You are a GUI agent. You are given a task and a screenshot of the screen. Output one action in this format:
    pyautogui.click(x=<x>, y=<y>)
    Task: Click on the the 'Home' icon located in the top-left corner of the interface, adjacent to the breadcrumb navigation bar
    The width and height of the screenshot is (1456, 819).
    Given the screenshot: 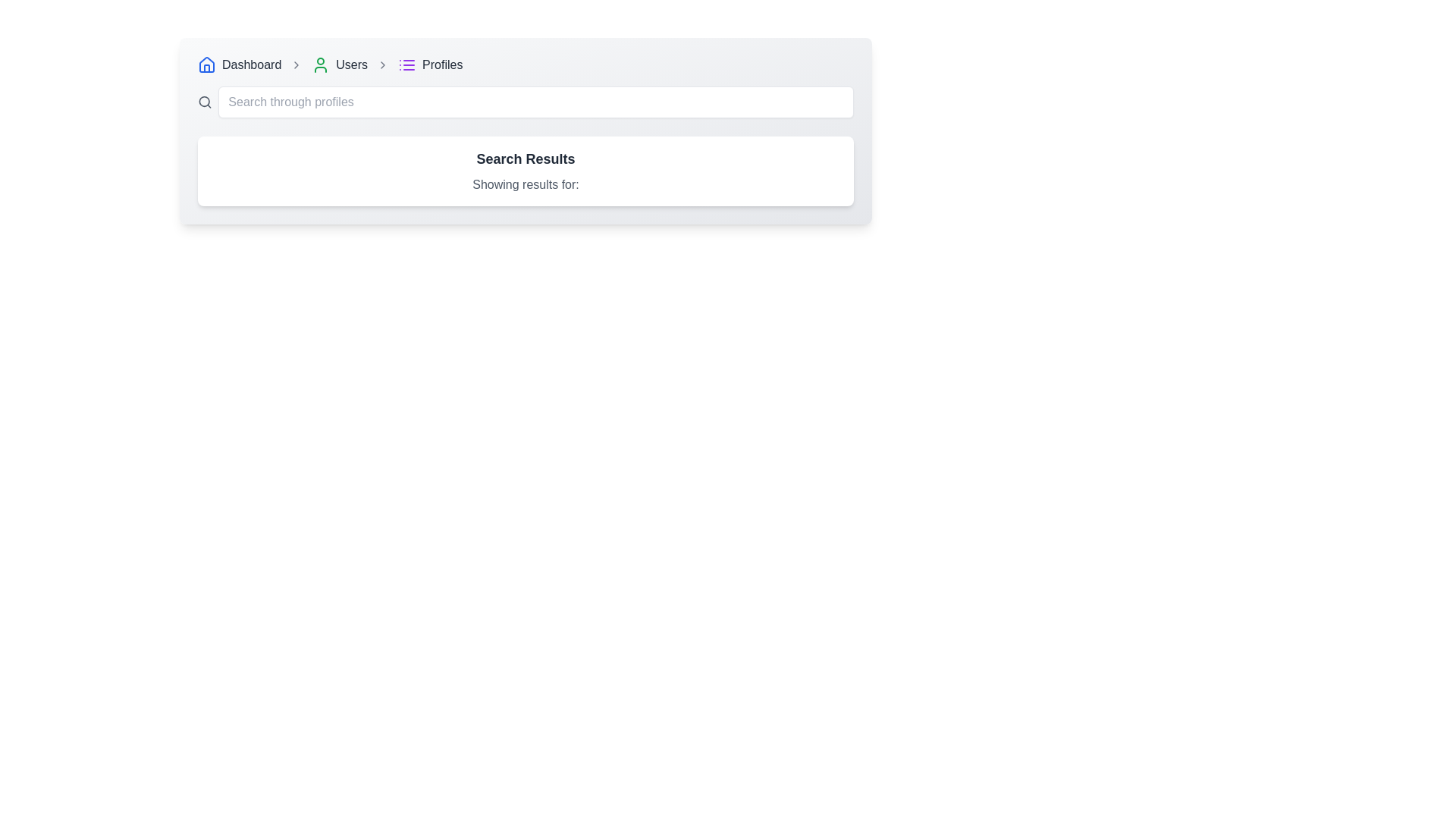 What is the action you would take?
    pyautogui.click(x=206, y=63)
    